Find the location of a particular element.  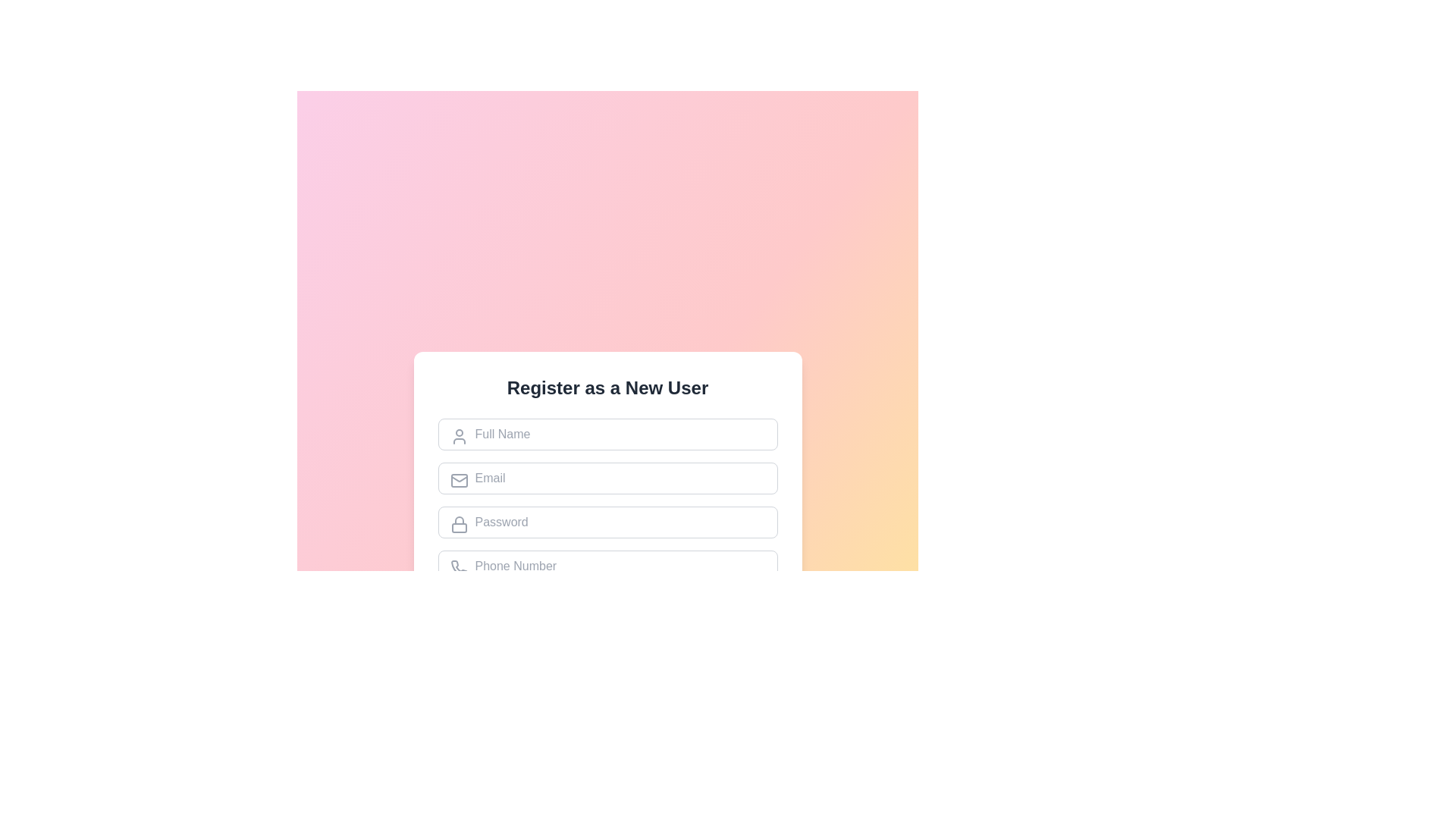

the lock icon located inside the 'Password' input field on the left side, which signifies security or password-related functionality is located at coordinates (458, 523).